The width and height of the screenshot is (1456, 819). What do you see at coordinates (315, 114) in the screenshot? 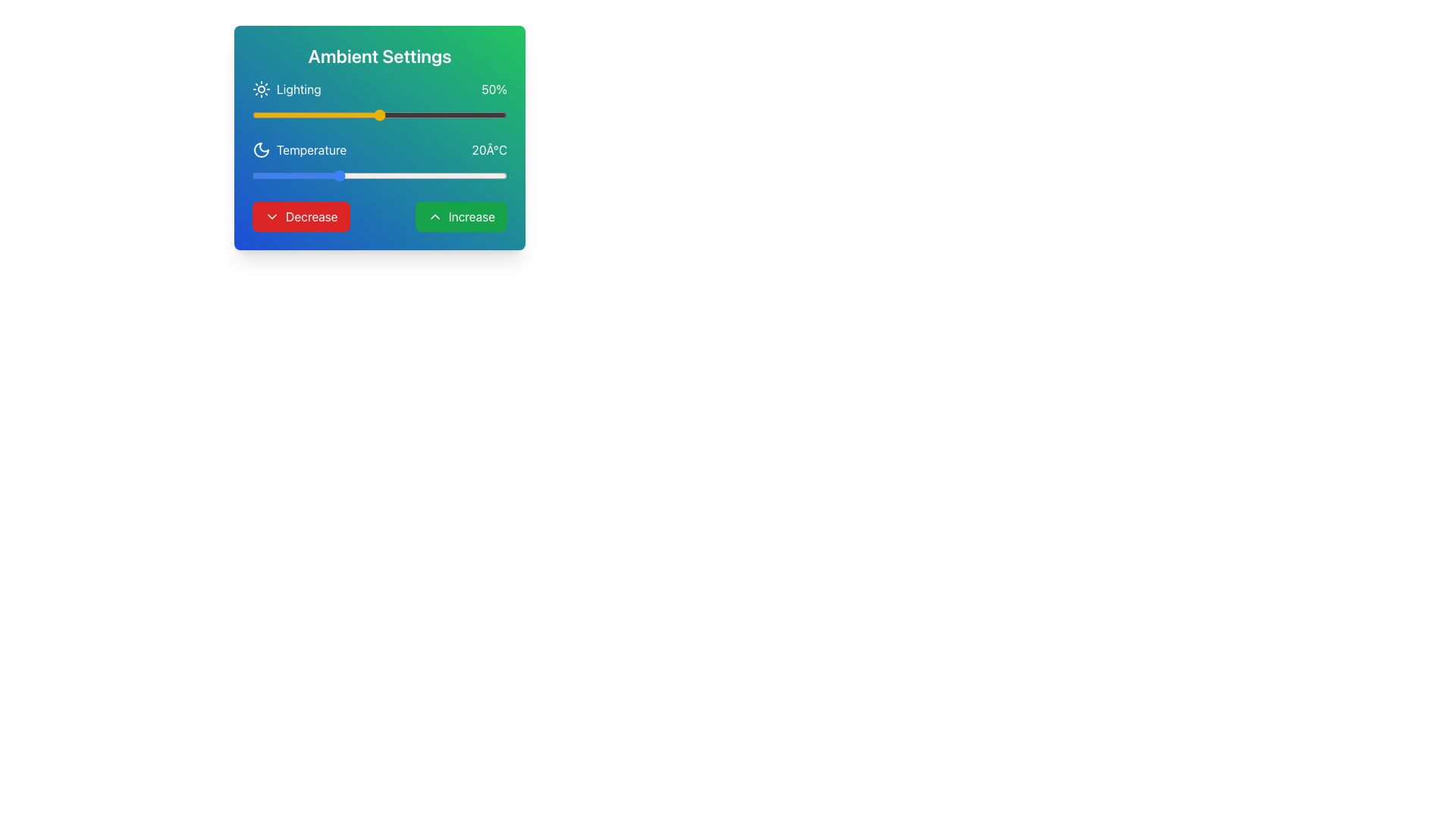
I see `brightness level` at bounding box center [315, 114].